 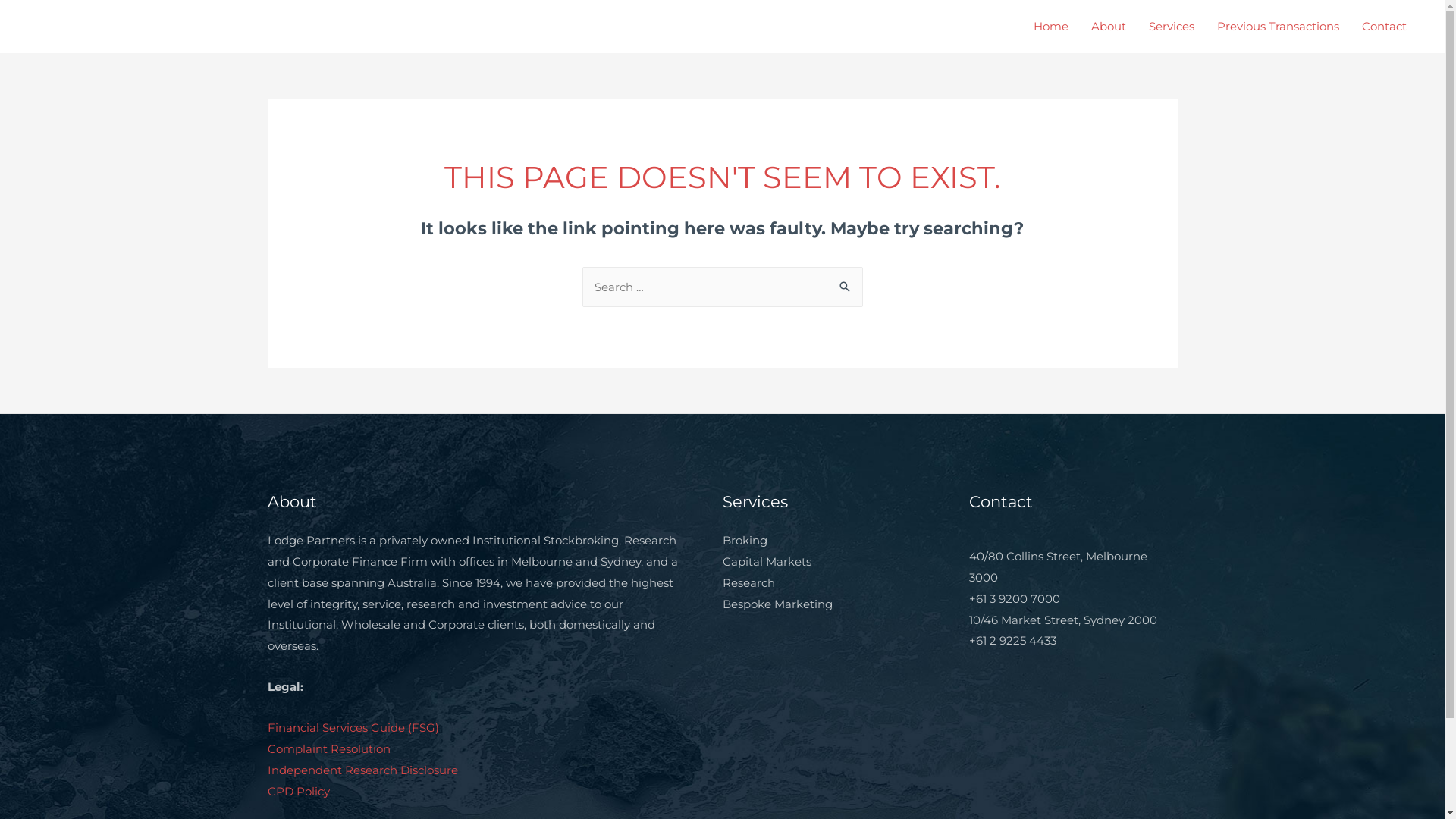 What do you see at coordinates (1057, 566) in the screenshot?
I see `'40/80 Collins Street, Melbourne 3000'` at bounding box center [1057, 566].